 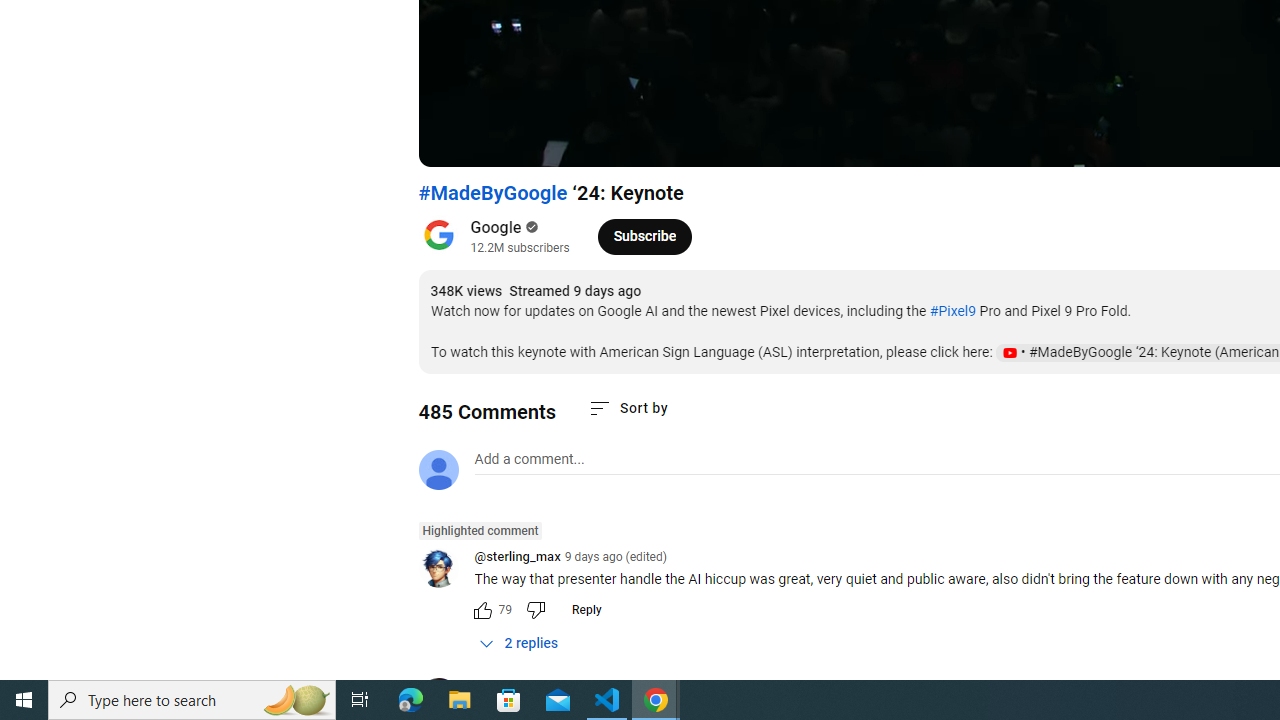 I want to click on 'Subscribe to Google.', so click(x=644, y=235).